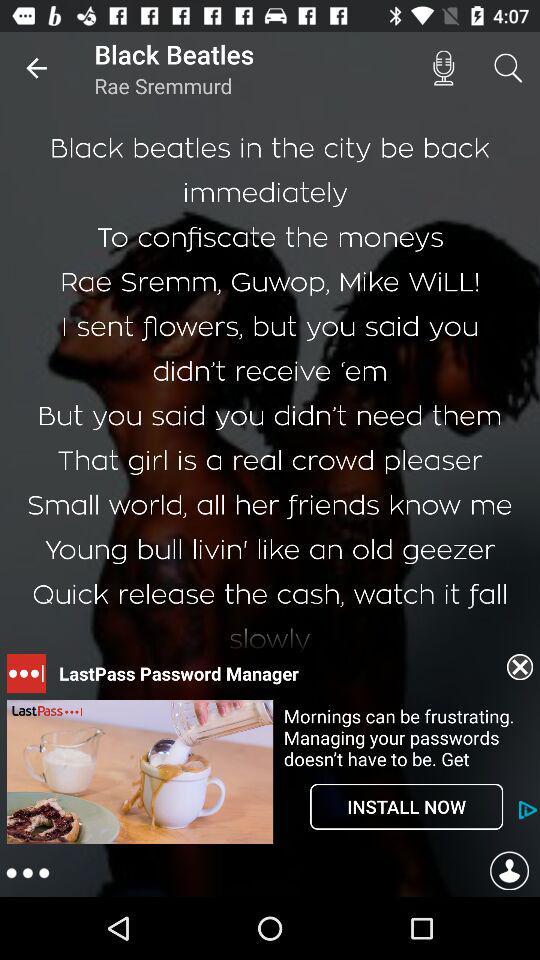 This screenshot has width=540, height=960. What do you see at coordinates (509, 872) in the screenshot?
I see `the avatar icon` at bounding box center [509, 872].